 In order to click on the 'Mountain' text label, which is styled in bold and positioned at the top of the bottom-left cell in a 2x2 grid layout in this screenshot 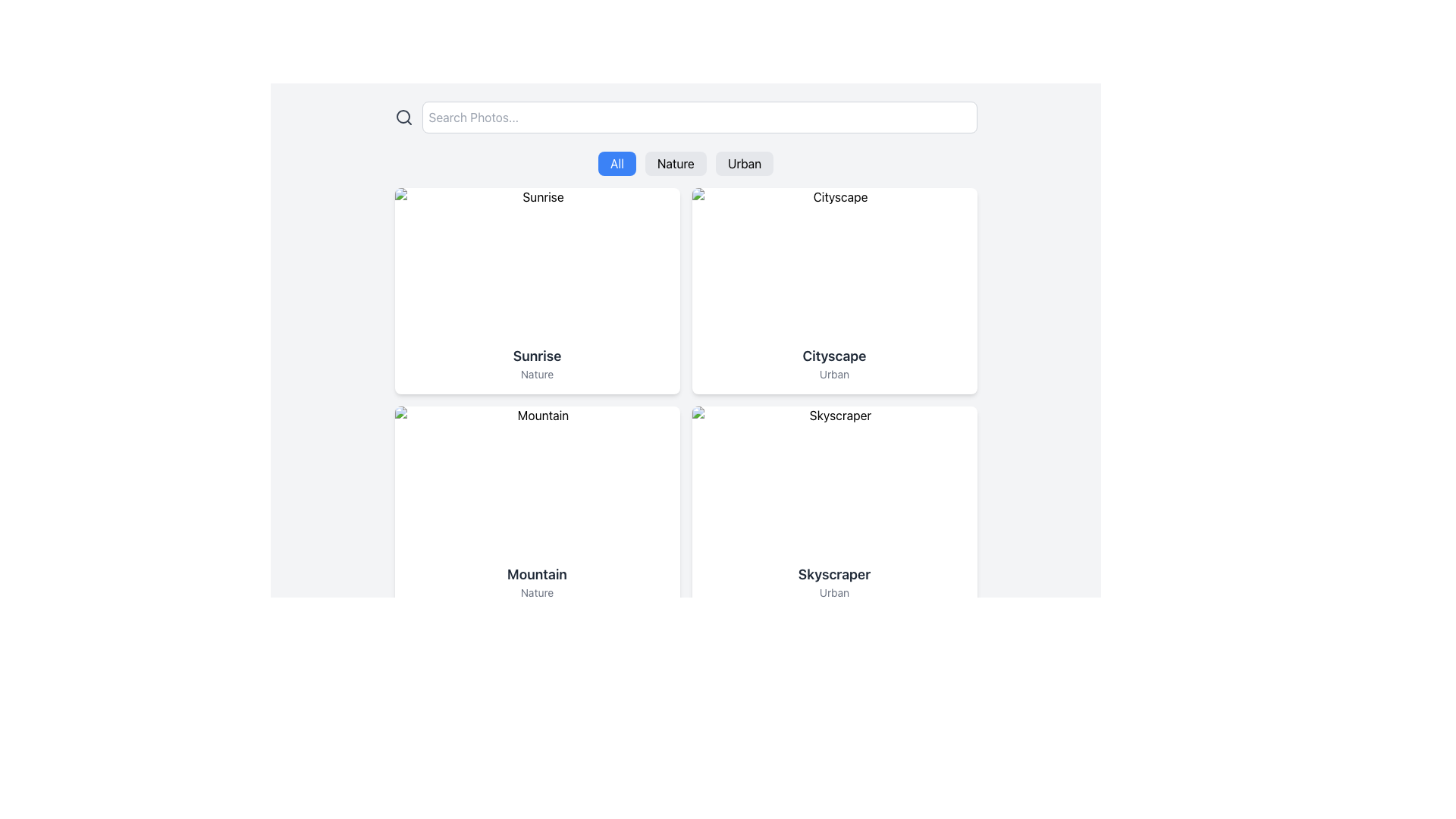, I will do `click(537, 575)`.